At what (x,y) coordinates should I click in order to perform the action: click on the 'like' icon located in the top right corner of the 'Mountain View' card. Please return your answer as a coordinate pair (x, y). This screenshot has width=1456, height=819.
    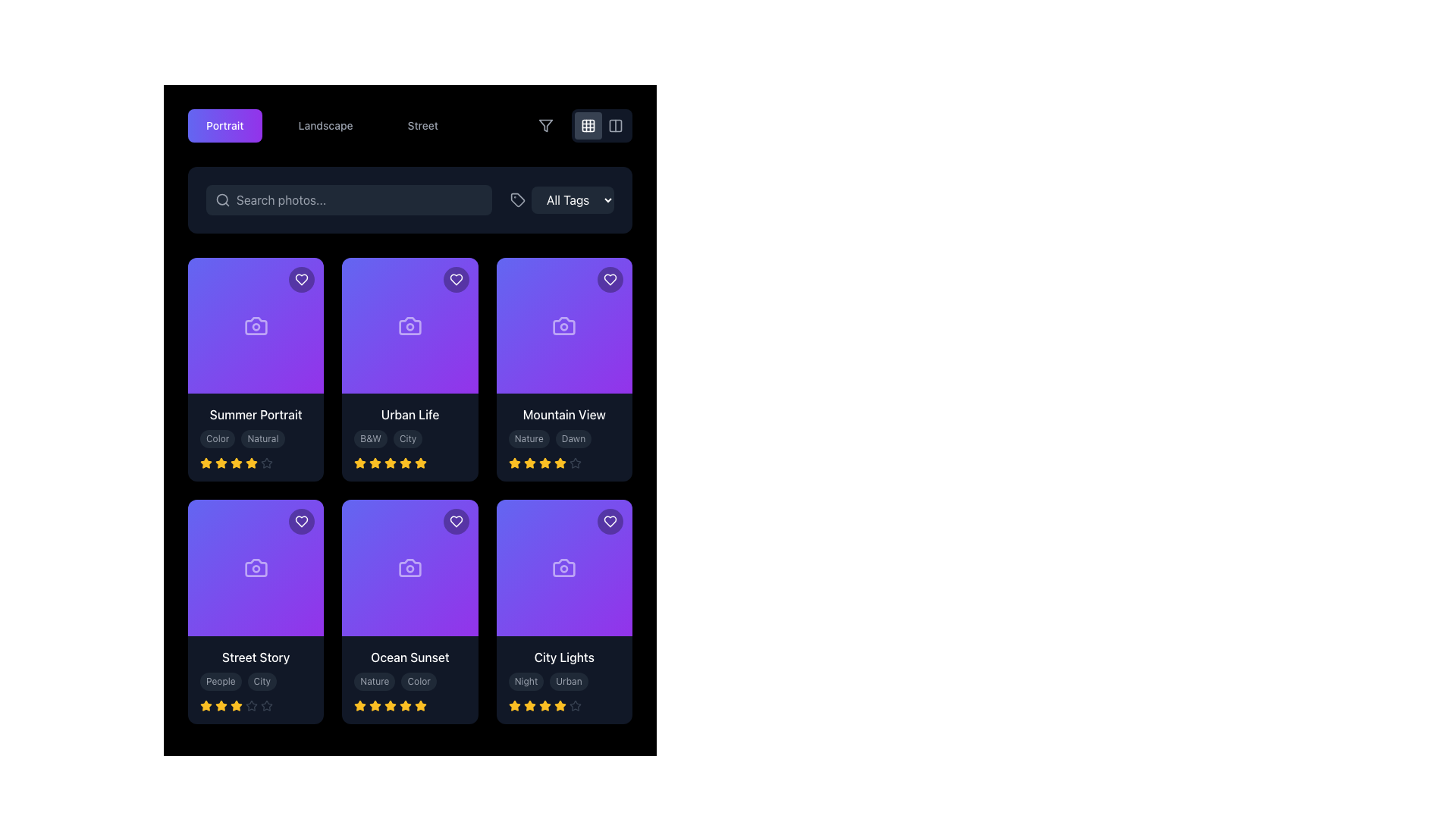
    Looking at the image, I should click on (610, 280).